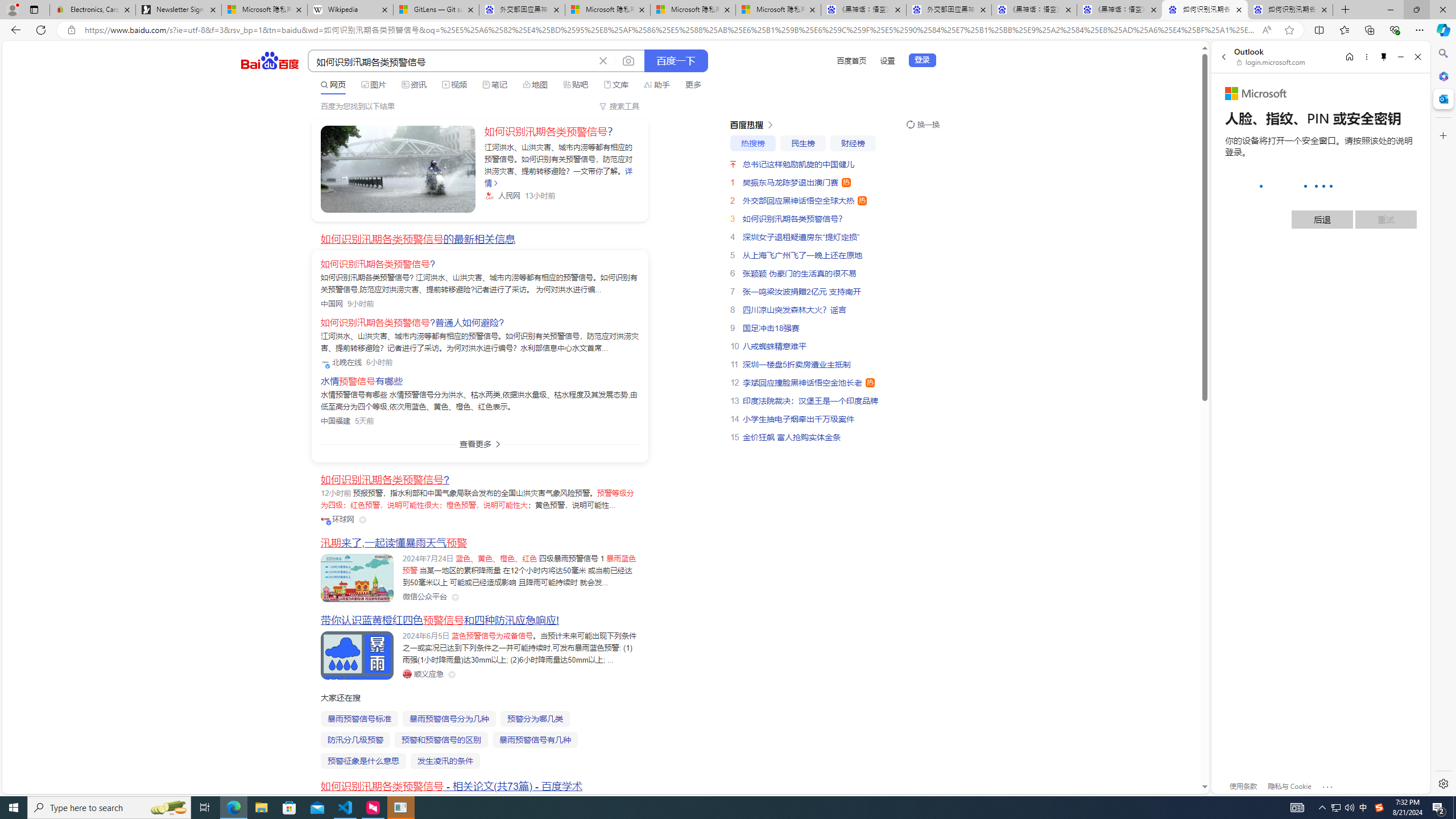  What do you see at coordinates (350, 9) in the screenshot?
I see `'Wikipedia'` at bounding box center [350, 9].